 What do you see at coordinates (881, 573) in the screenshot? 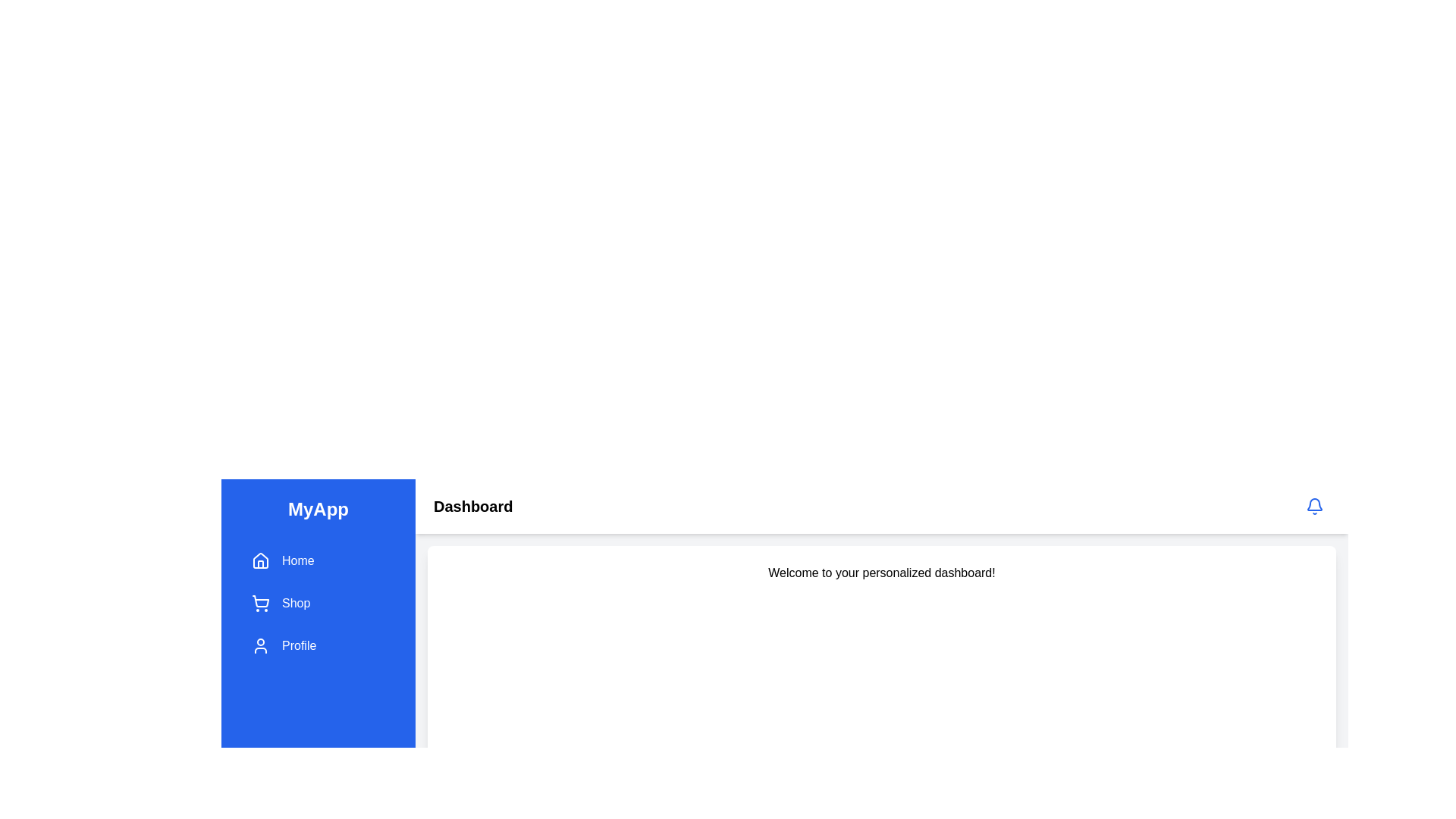
I see `welcoming message displayed at the top of the central white card on the dashboard` at bounding box center [881, 573].